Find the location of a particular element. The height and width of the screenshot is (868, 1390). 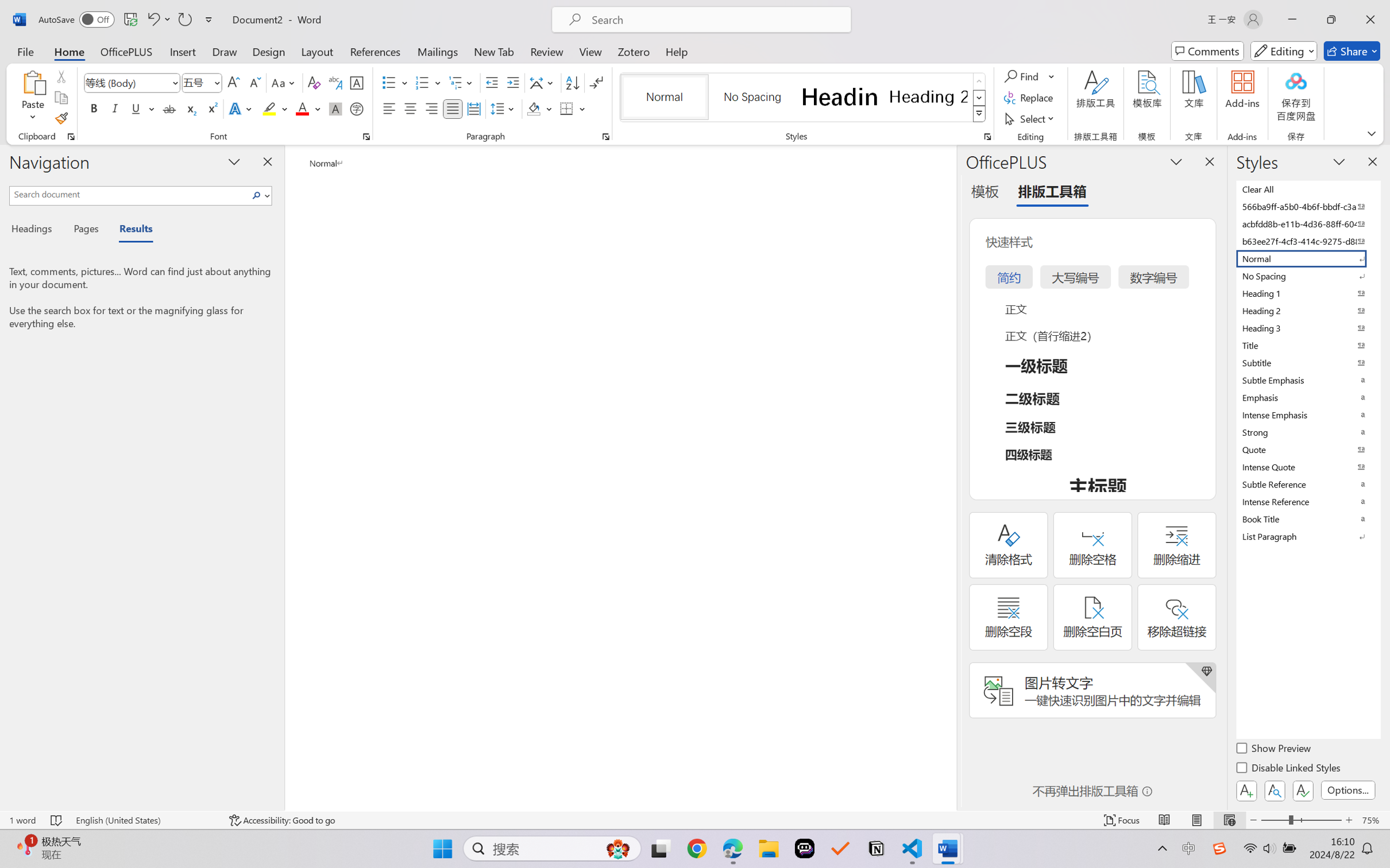

'Sort...' is located at coordinates (572, 83).